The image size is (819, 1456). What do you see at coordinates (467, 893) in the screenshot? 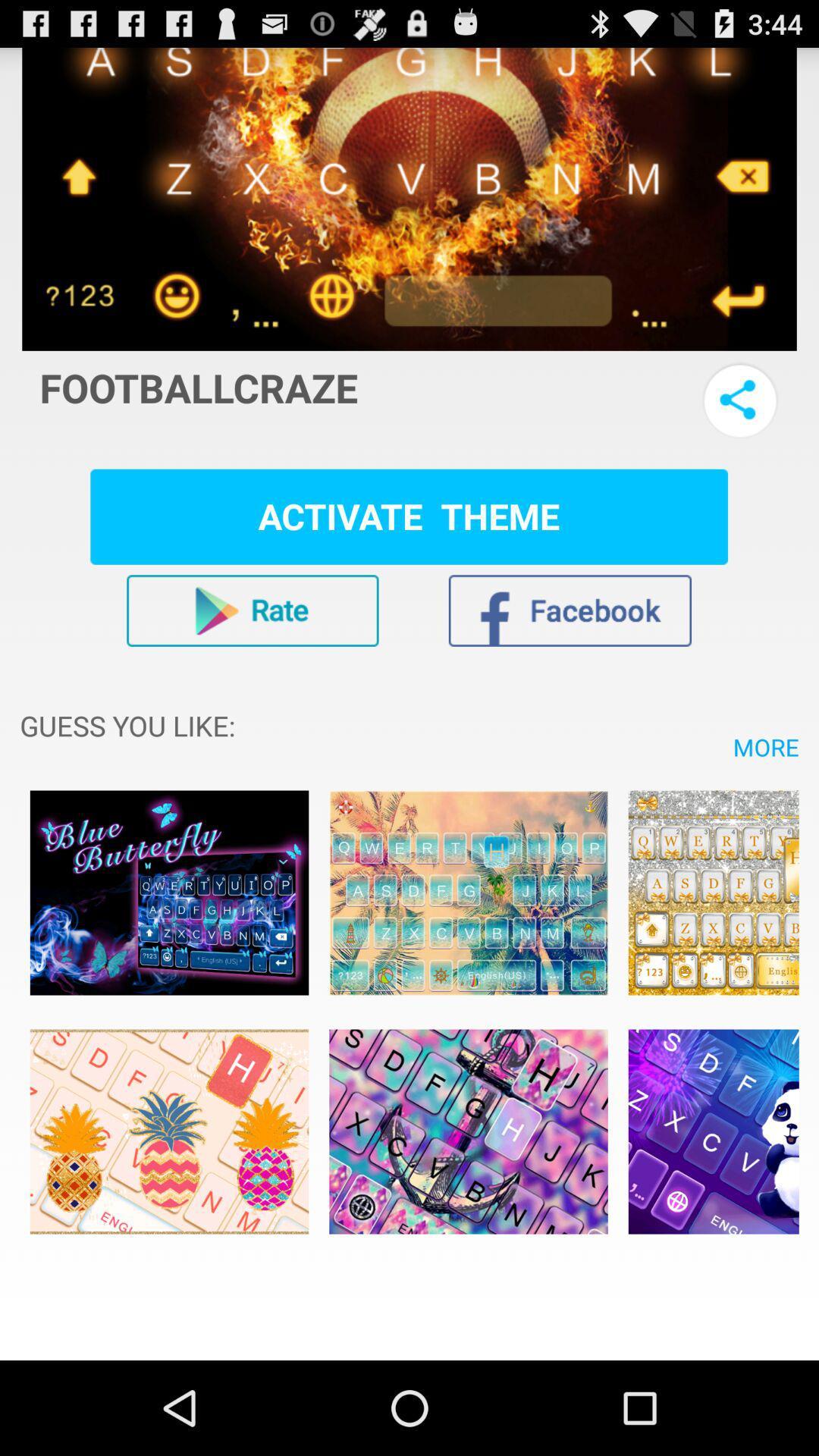
I see `virtual keyboard theme` at bounding box center [467, 893].